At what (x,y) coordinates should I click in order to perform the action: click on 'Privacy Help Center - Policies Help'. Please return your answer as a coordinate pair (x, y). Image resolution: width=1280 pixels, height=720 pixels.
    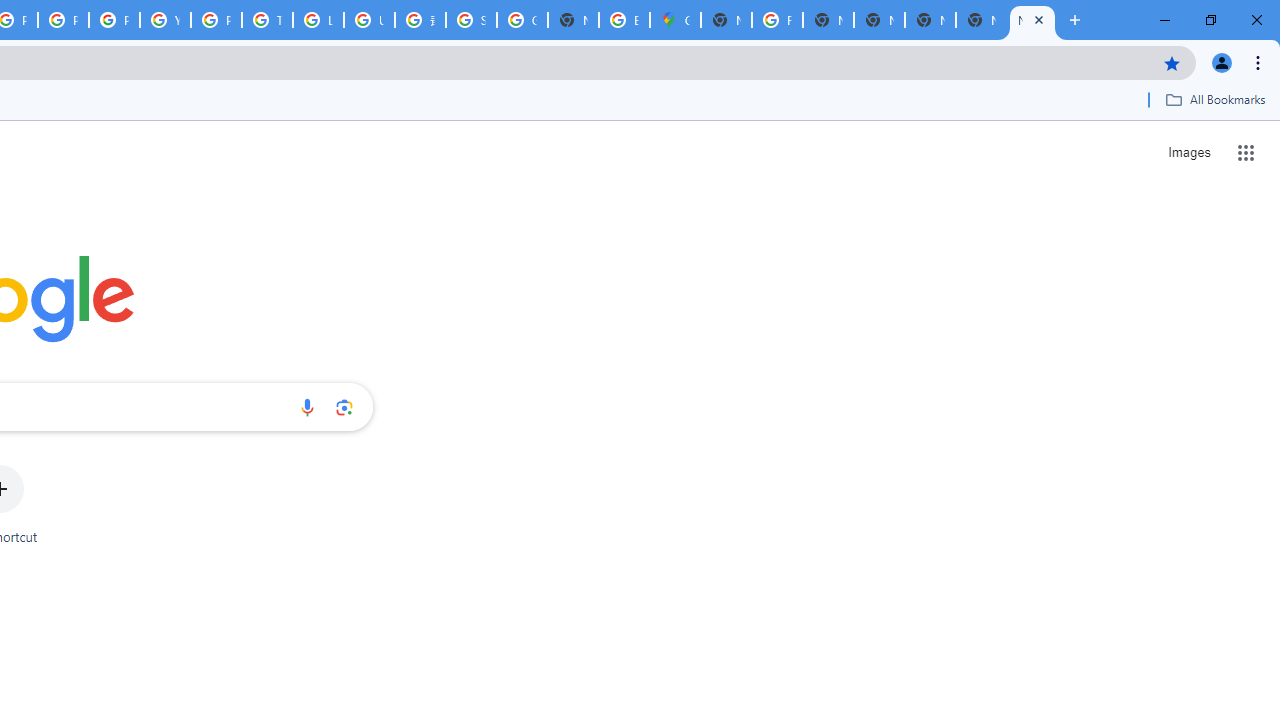
    Looking at the image, I should click on (64, 20).